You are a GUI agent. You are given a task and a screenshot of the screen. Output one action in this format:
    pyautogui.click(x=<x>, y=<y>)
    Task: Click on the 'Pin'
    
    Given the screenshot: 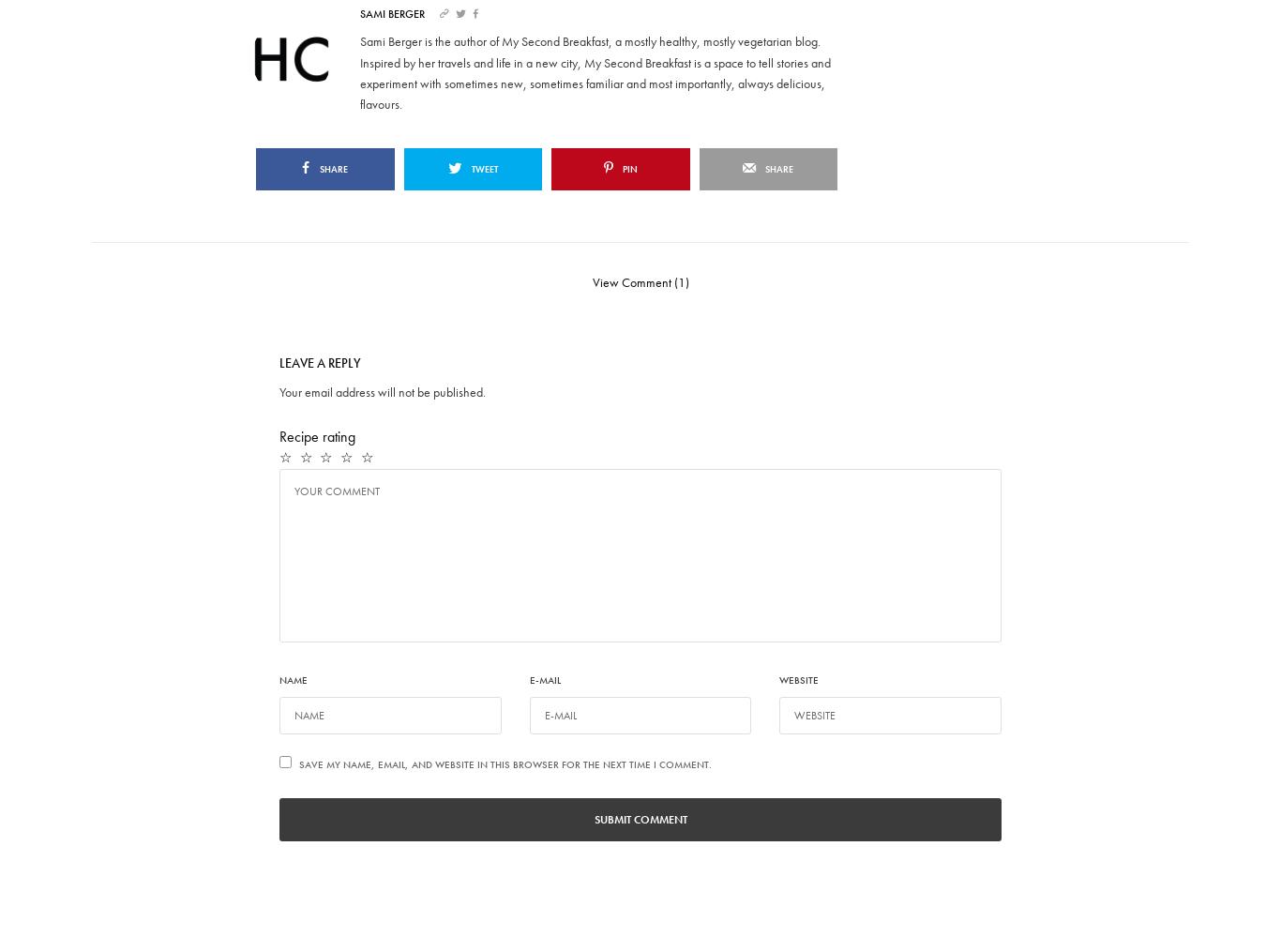 What is the action you would take?
    pyautogui.click(x=622, y=167)
    